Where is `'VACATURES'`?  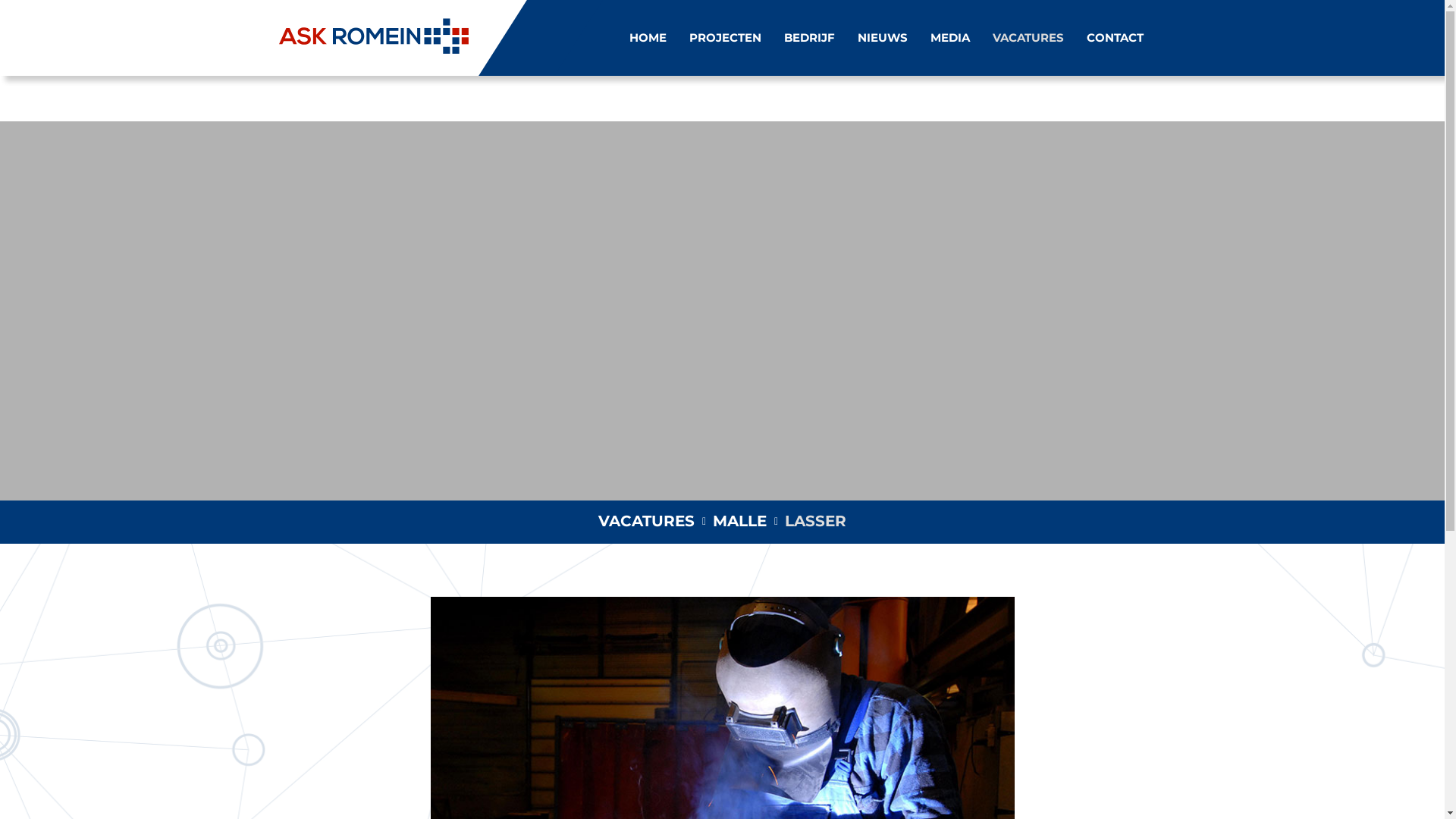 'VACATURES' is located at coordinates (646, 519).